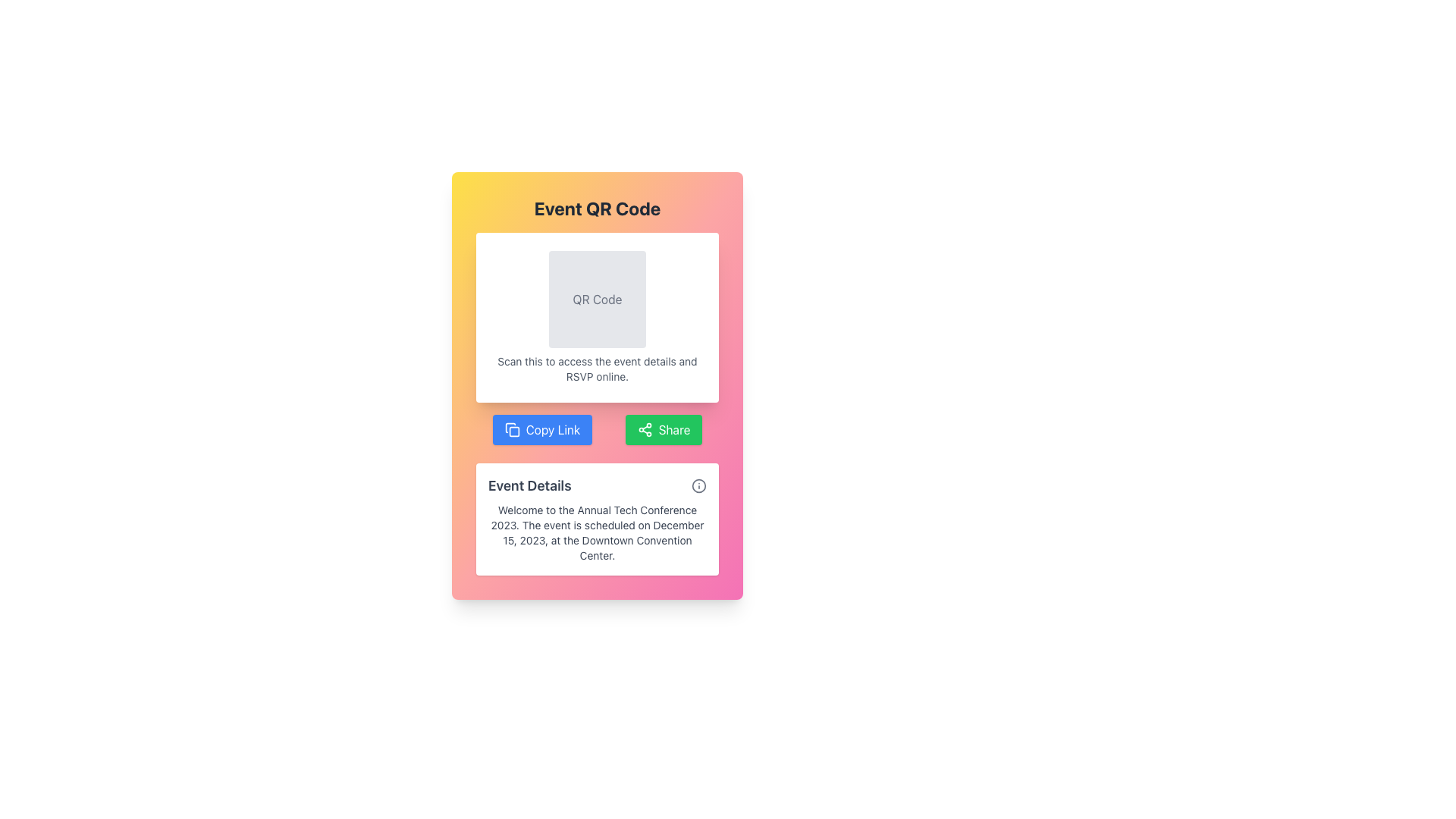 This screenshot has width=1456, height=819. Describe the element at coordinates (596, 369) in the screenshot. I see `informational Text label located centered horizontally below the QR code representation` at that location.